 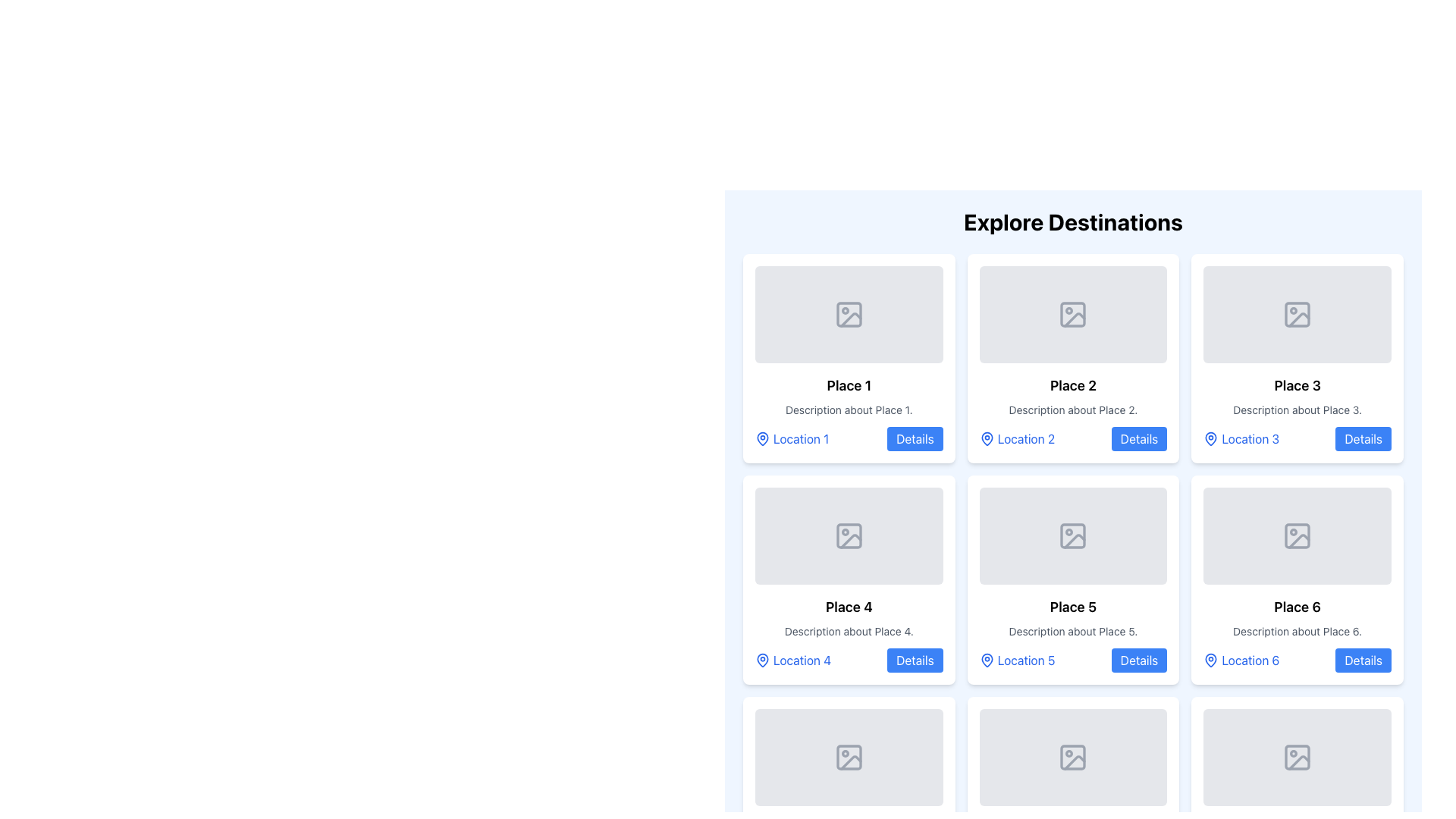 I want to click on the heart-shaped icon representing a location pin above the text 'Location 4' within the 'Place 4' card, so click(x=763, y=659).